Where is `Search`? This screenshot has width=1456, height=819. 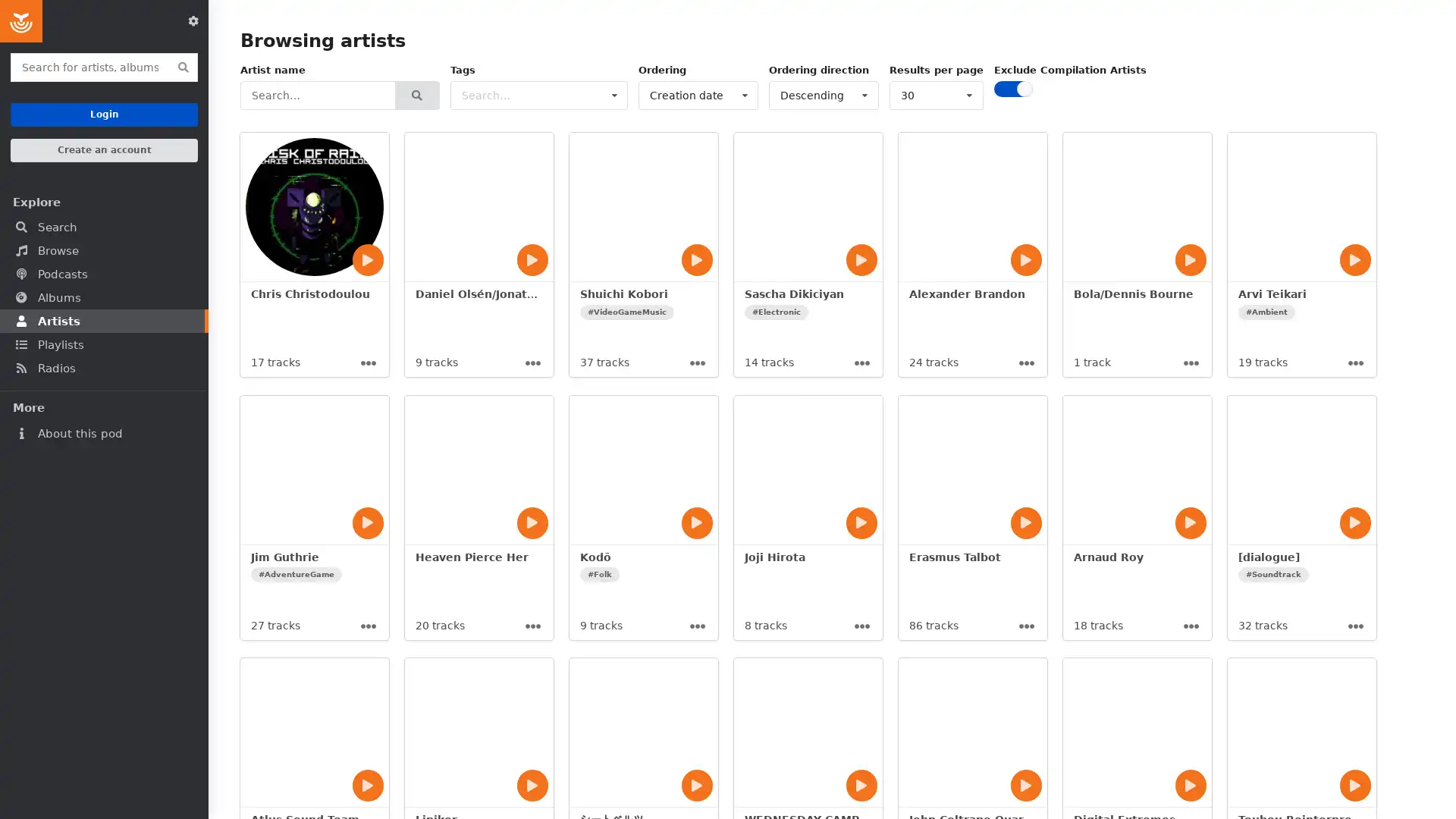 Search is located at coordinates (417, 96).